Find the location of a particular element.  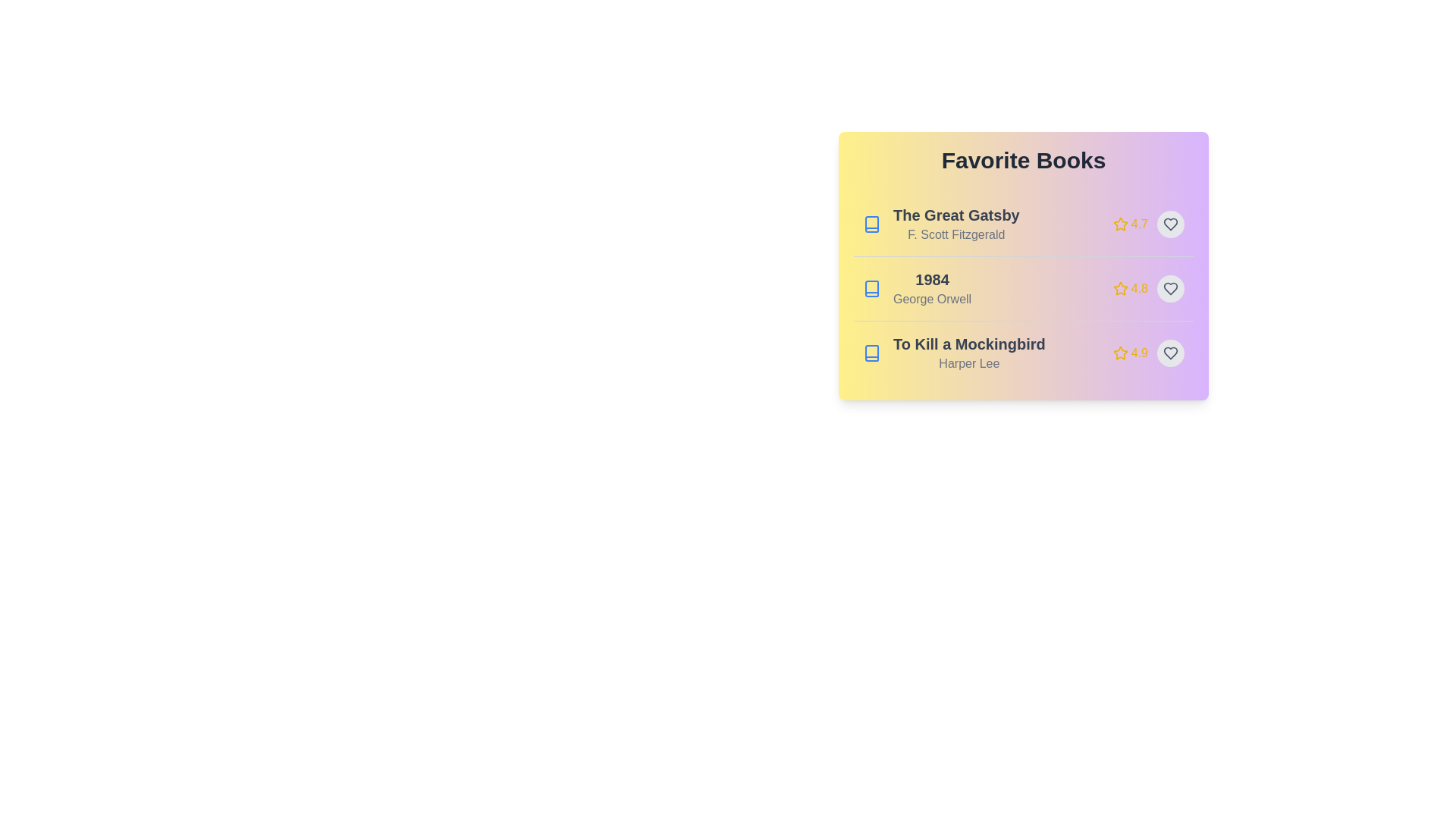

heart icon to toggle the 'liked' state of the book titled 1984 is located at coordinates (1170, 289).